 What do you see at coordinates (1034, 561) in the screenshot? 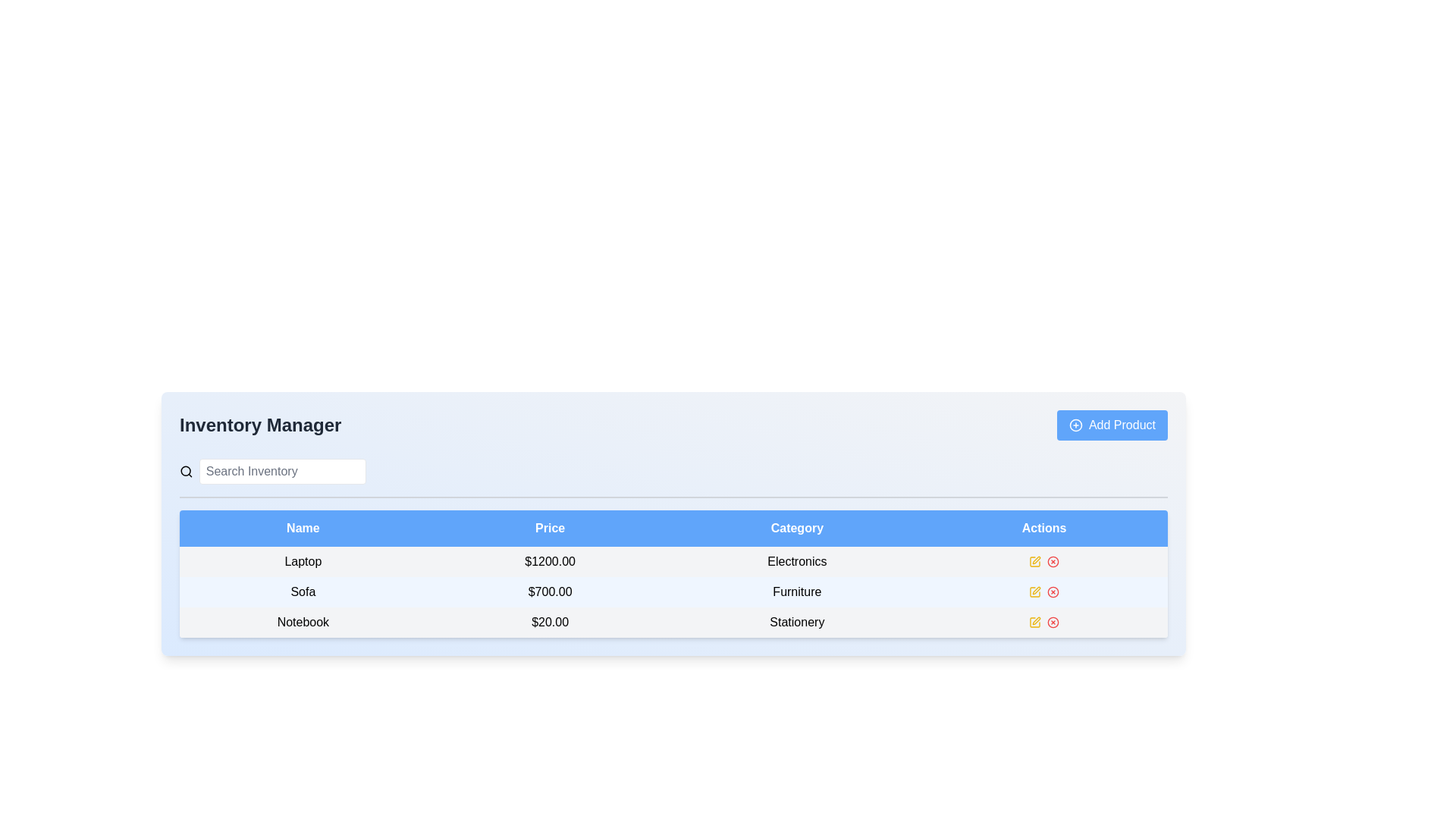
I see `the small square yellow edit button with a pencil symbol in the 'Actions' column of the Inventory Manager table to observe its hover effect` at bounding box center [1034, 561].